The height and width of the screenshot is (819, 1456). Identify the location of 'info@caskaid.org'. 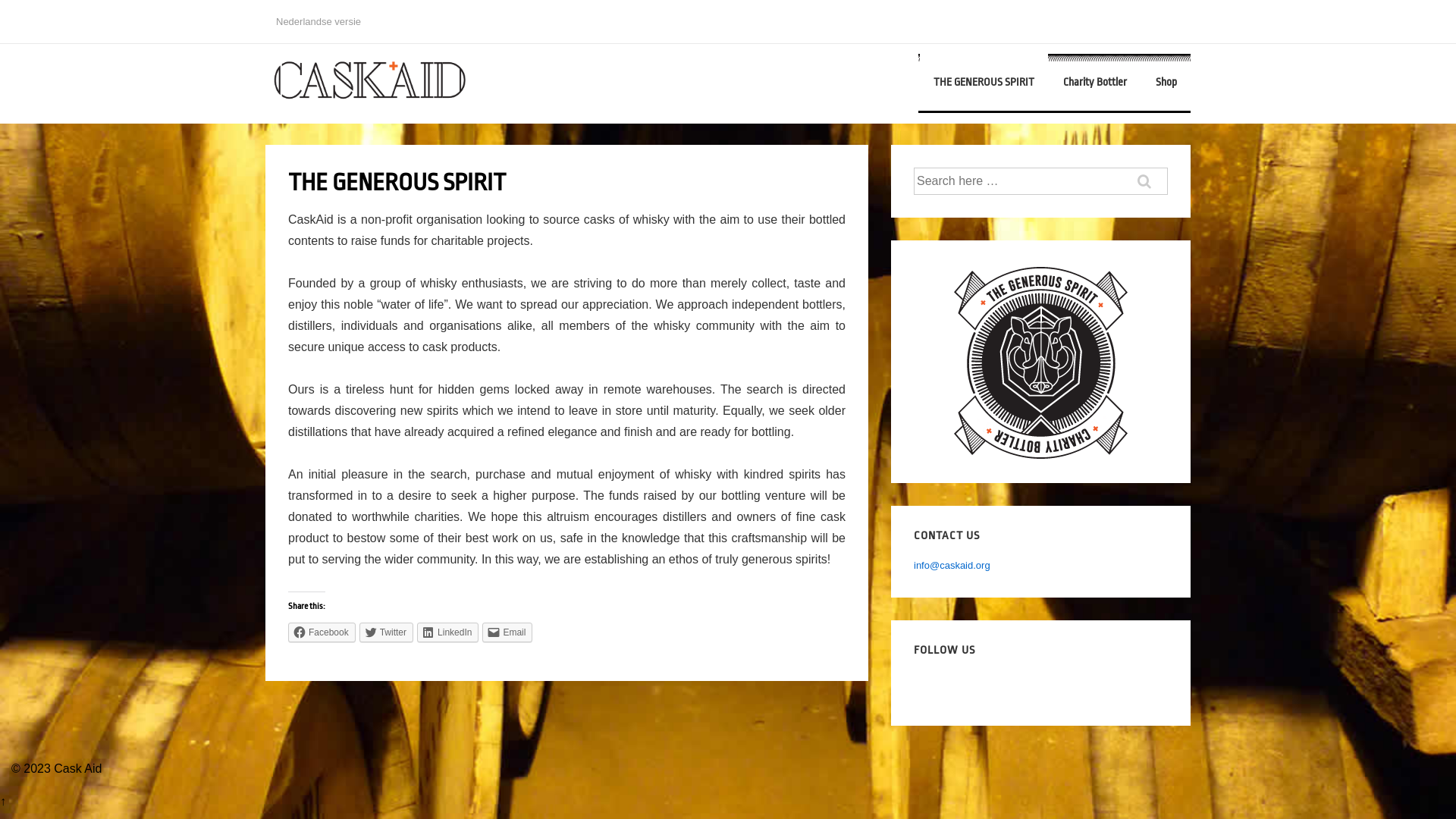
(951, 565).